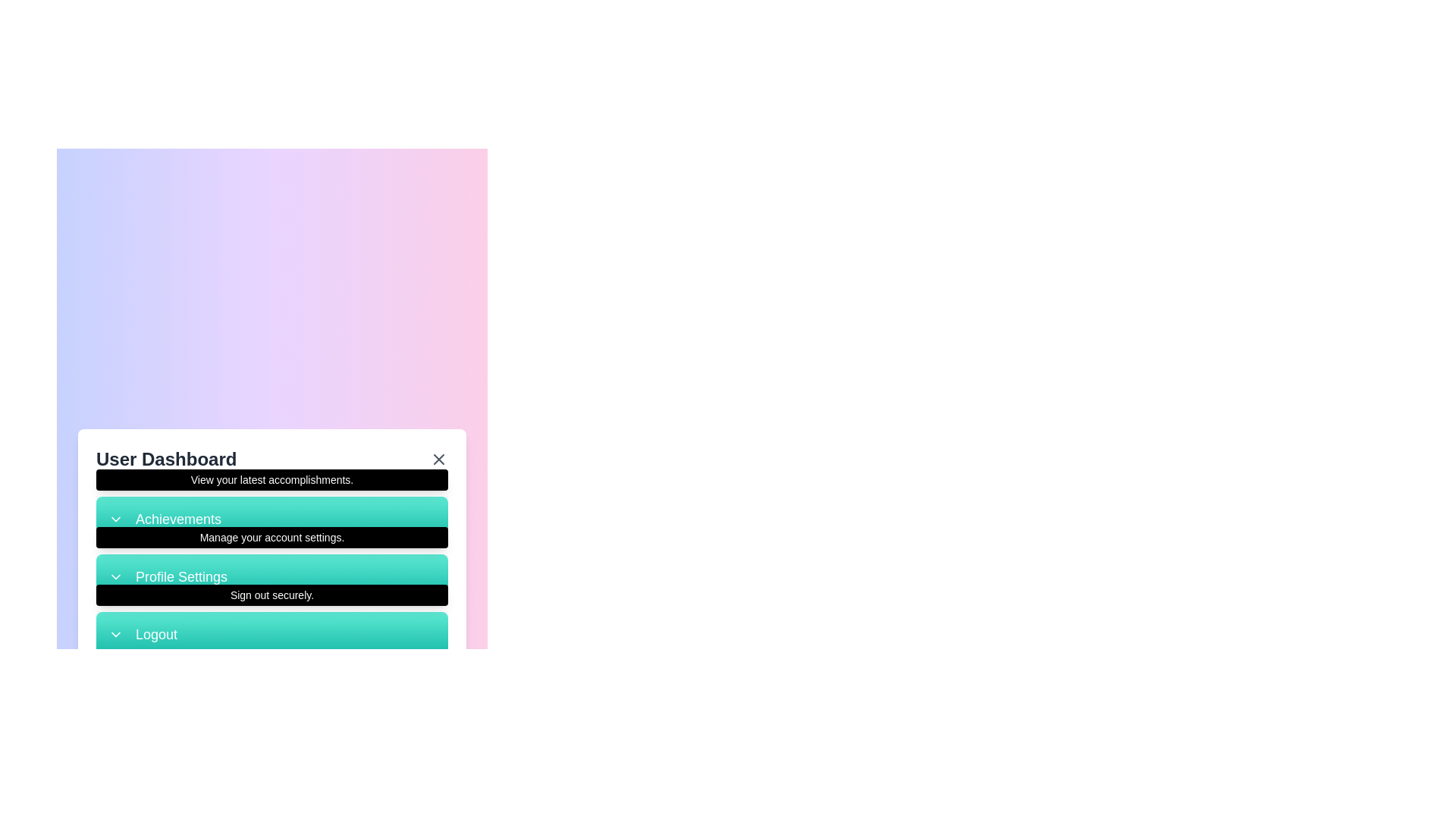  Describe the element at coordinates (272, 517) in the screenshot. I see `the 'Achievements' expandable section located in the User Dashboard` at that location.